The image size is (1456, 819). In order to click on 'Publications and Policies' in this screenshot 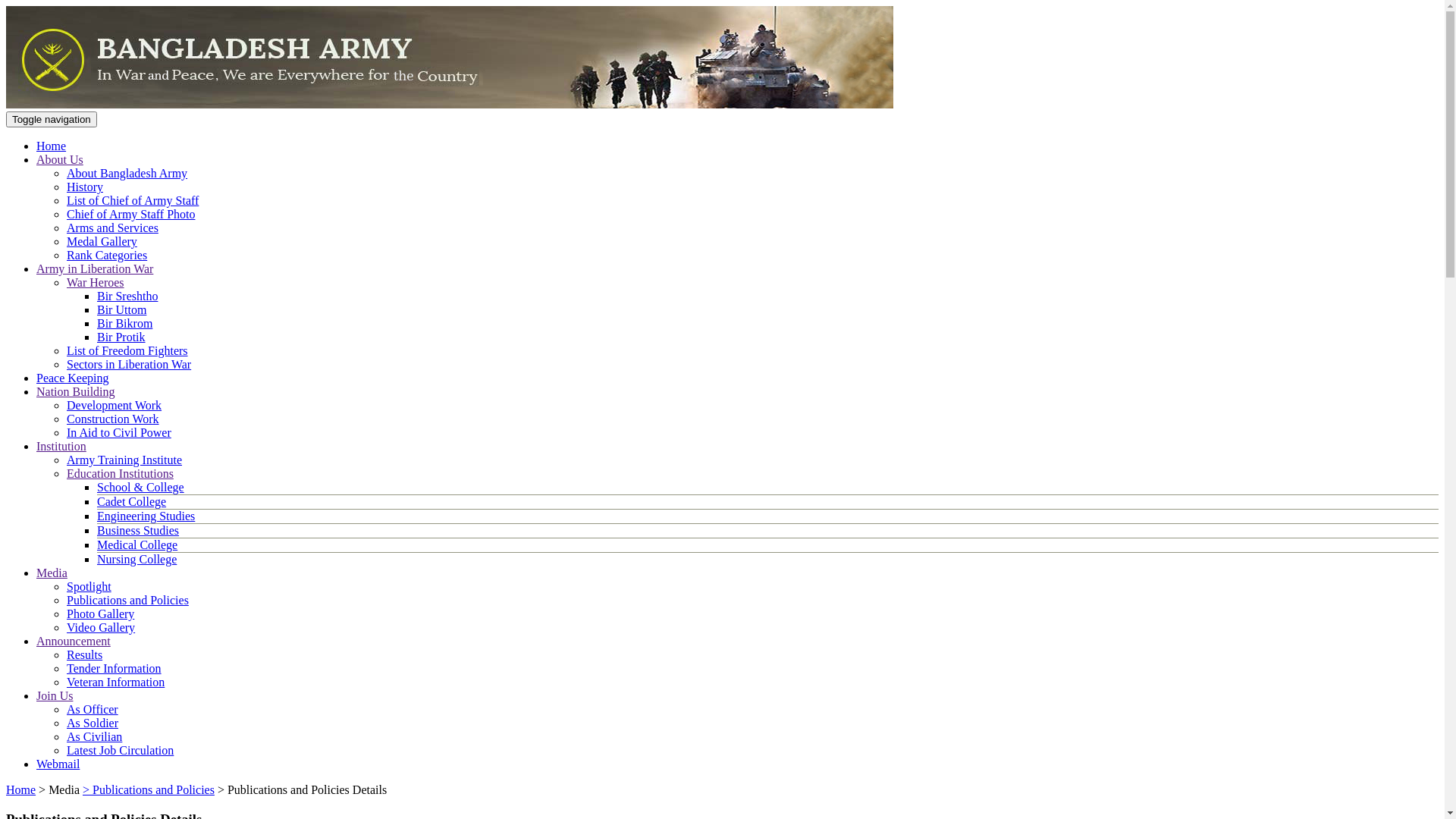, I will do `click(65, 599)`.